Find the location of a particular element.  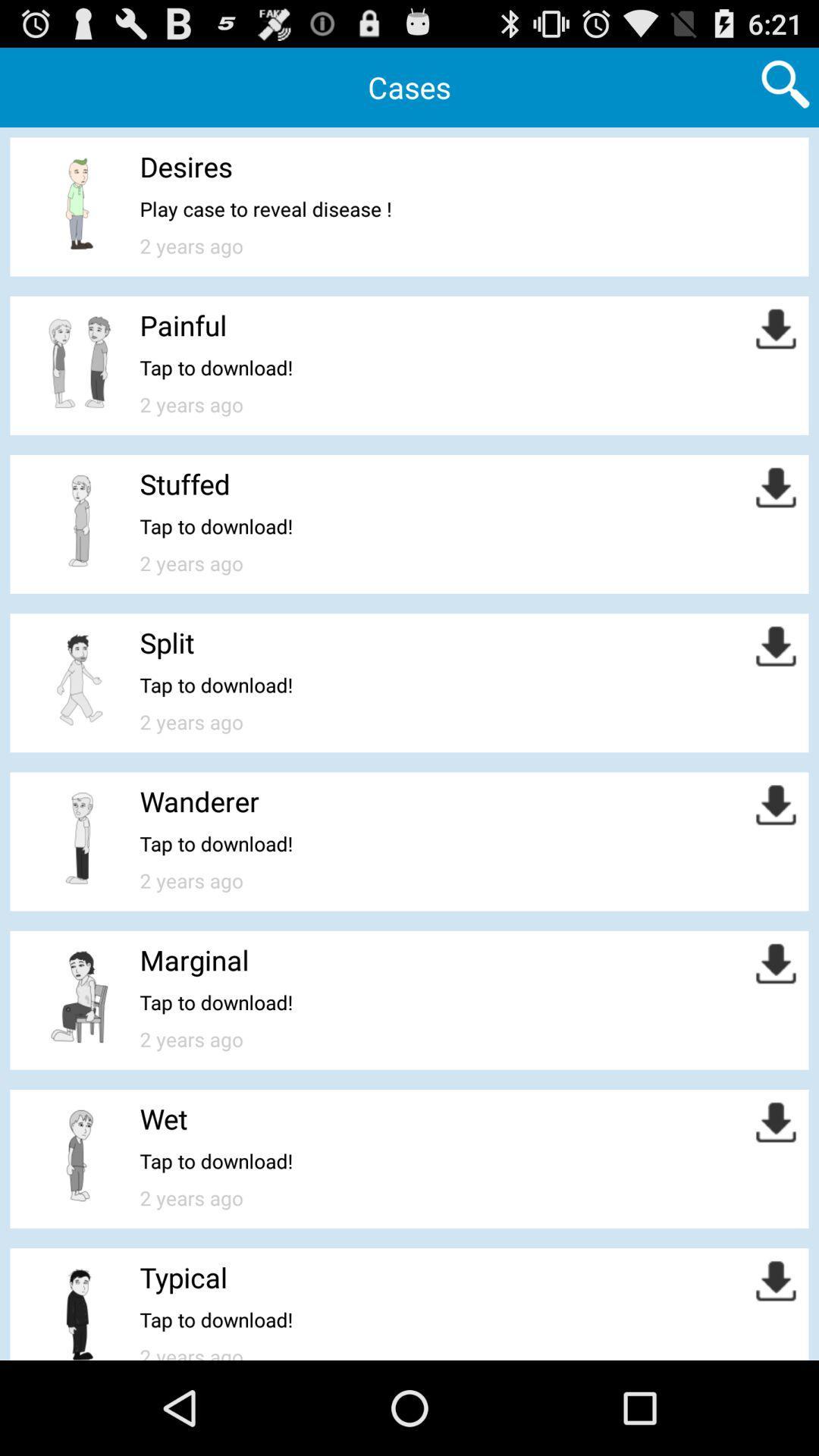

item above tap to download! icon is located at coordinates (184, 483).